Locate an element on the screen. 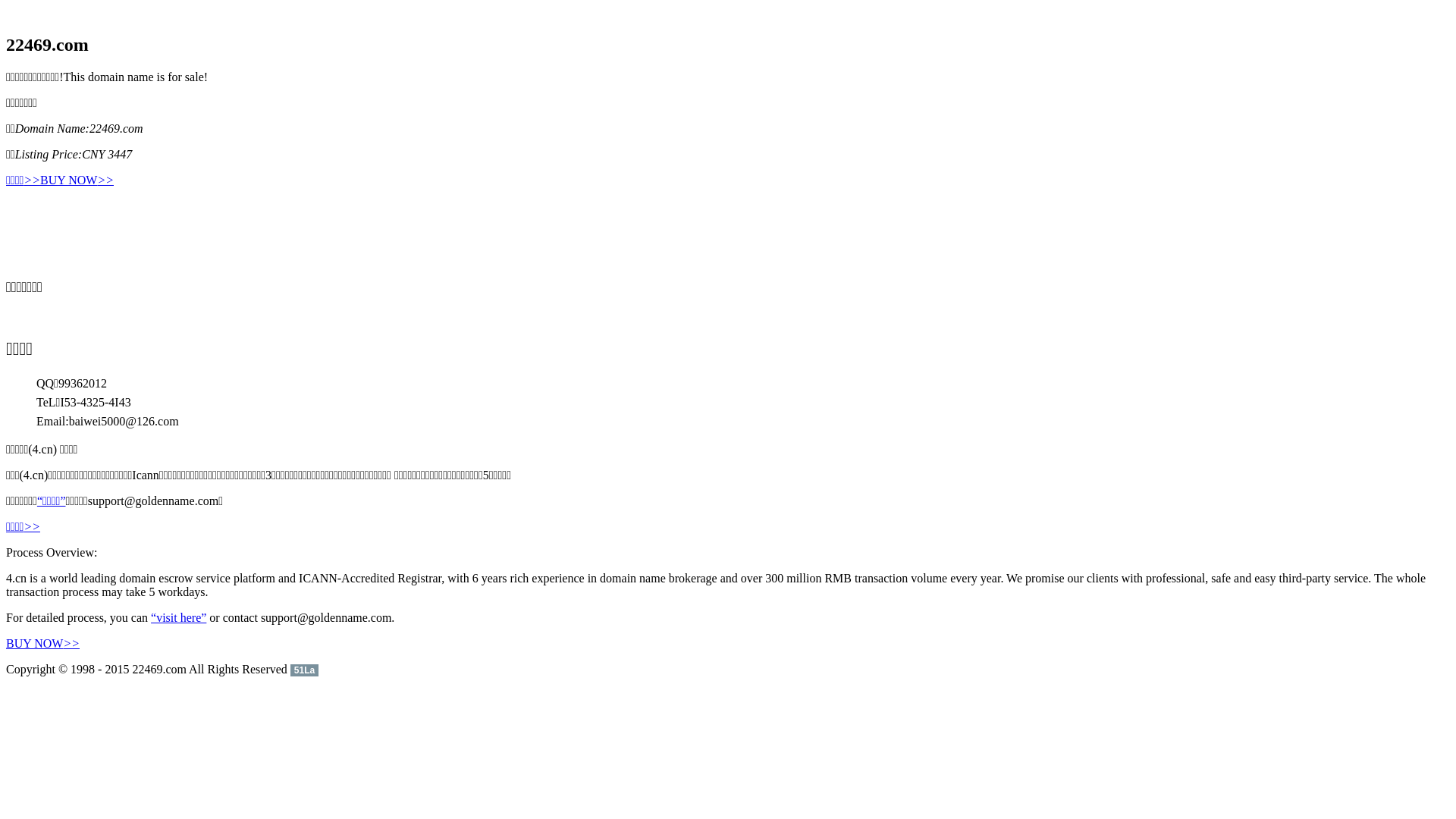 The image size is (1456, 819). 'BUY NOW>>' is located at coordinates (39, 180).